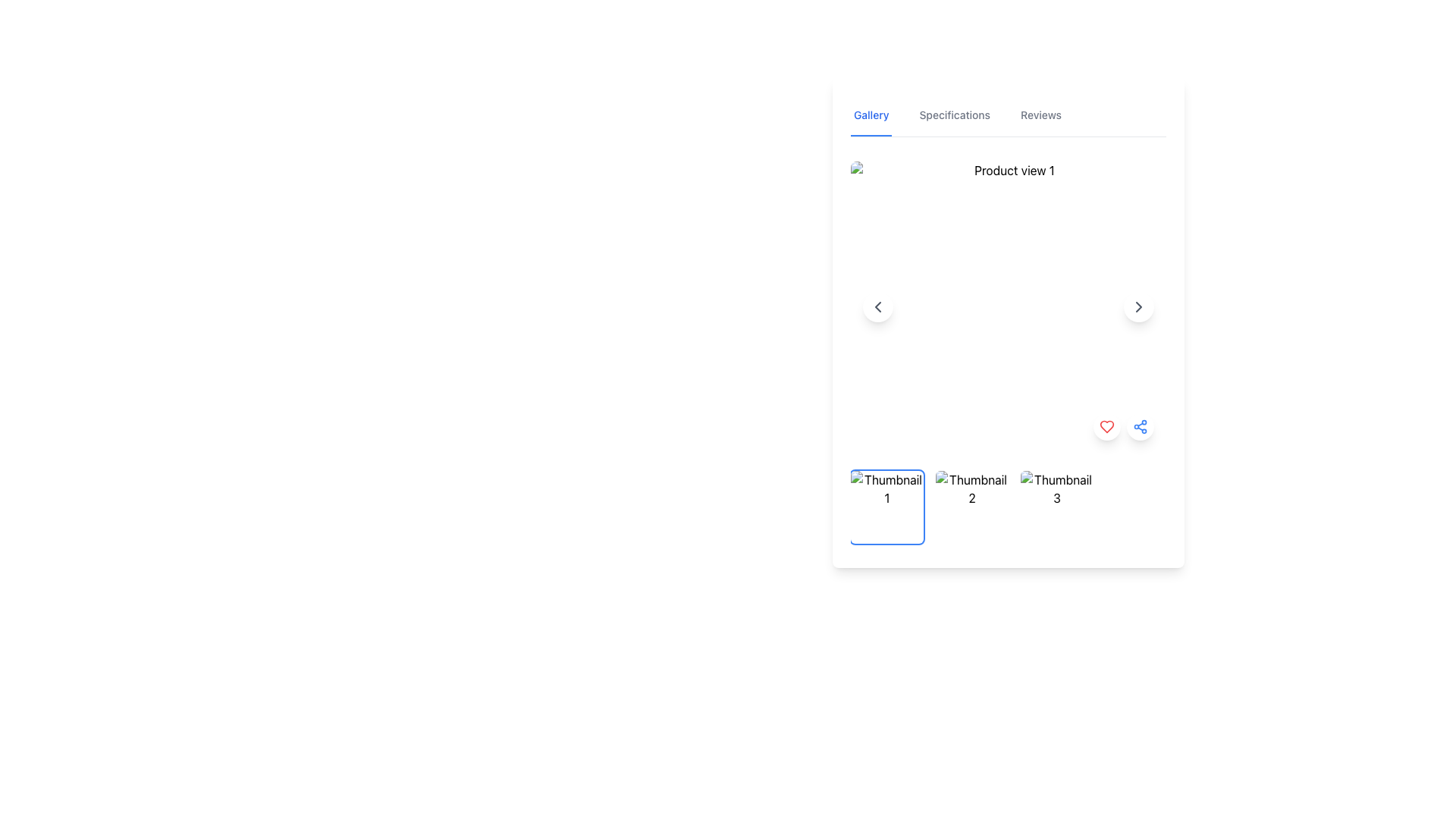  I want to click on the horizontal carousel with thumbnail items located at the bottom of the interface, so click(1008, 507).